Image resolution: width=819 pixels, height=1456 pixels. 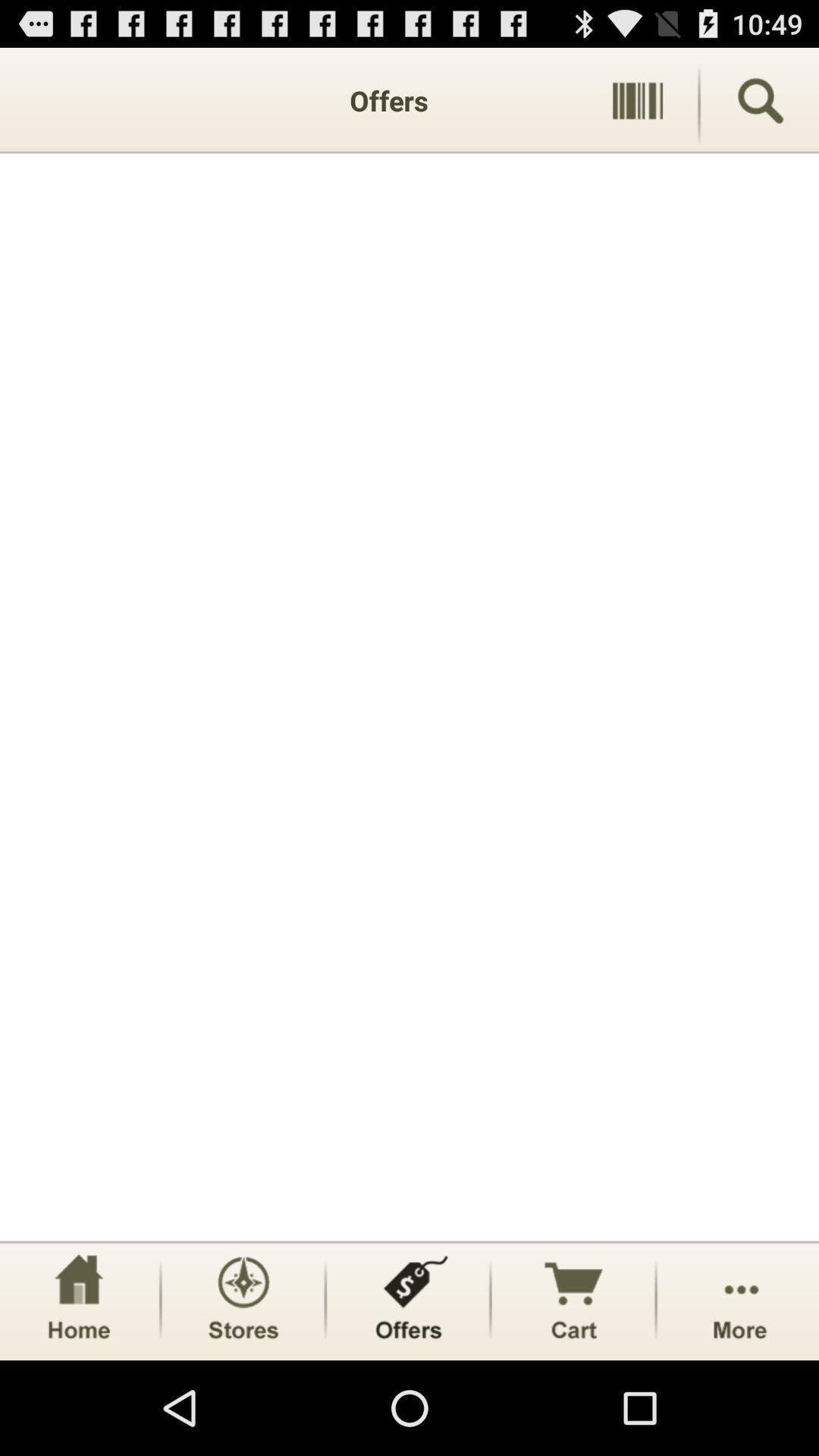 What do you see at coordinates (407, 1392) in the screenshot?
I see `the label icon` at bounding box center [407, 1392].